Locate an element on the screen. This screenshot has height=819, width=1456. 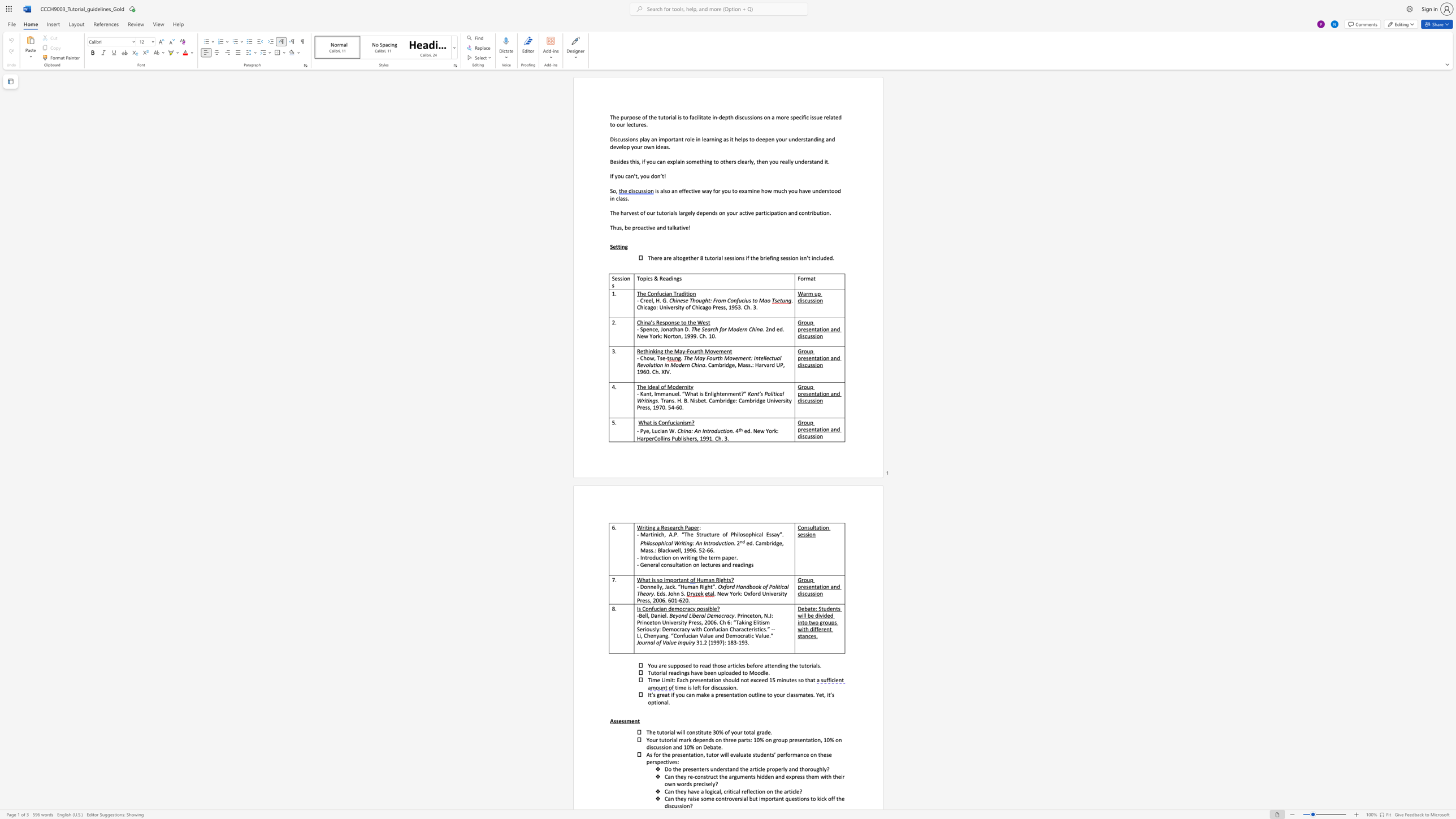
the subset text "- Pye, Lucia" within the text "- Pye, Lucian W." is located at coordinates (637, 431).